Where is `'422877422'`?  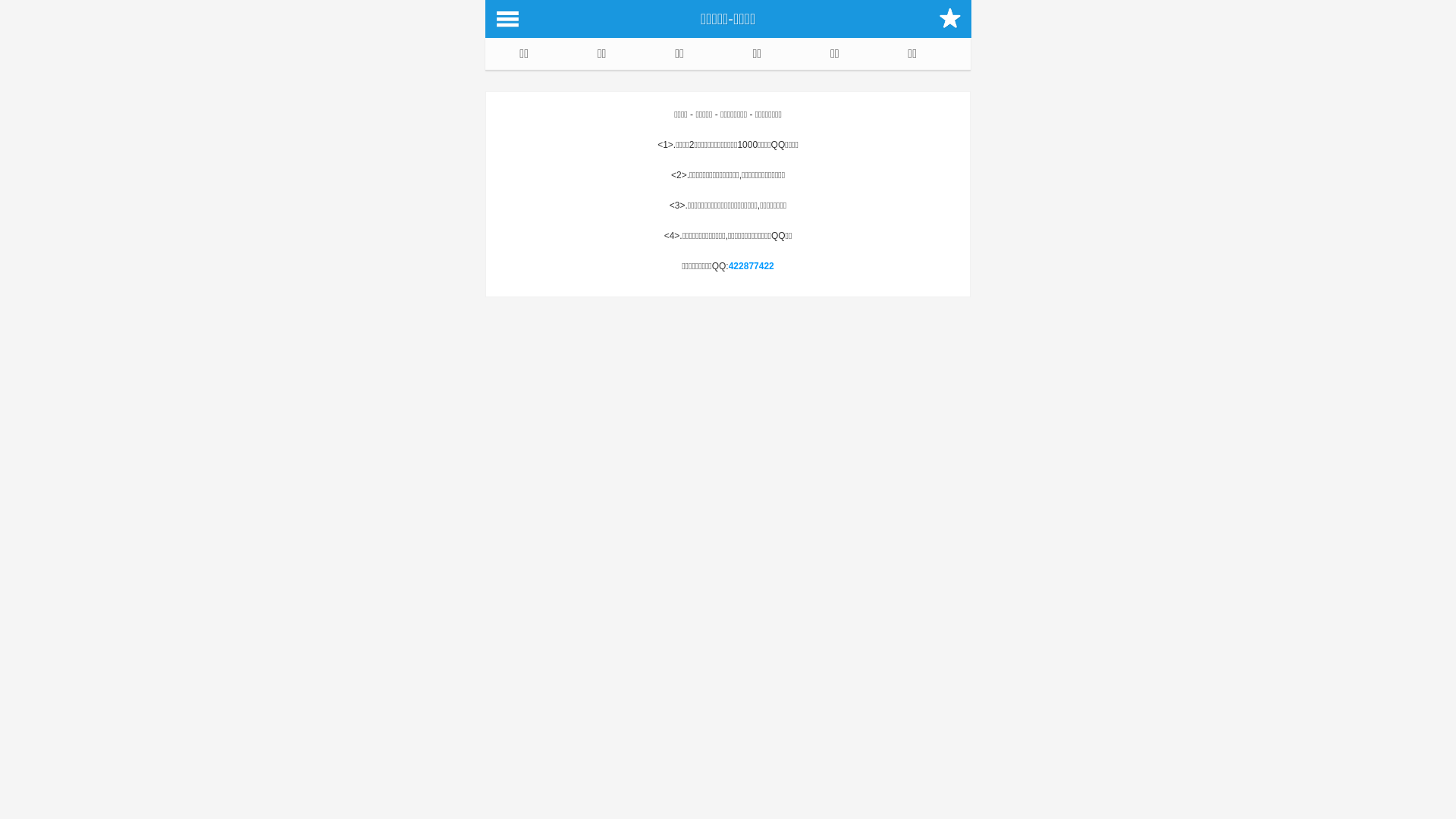
'422877422' is located at coordinates (728, 265).